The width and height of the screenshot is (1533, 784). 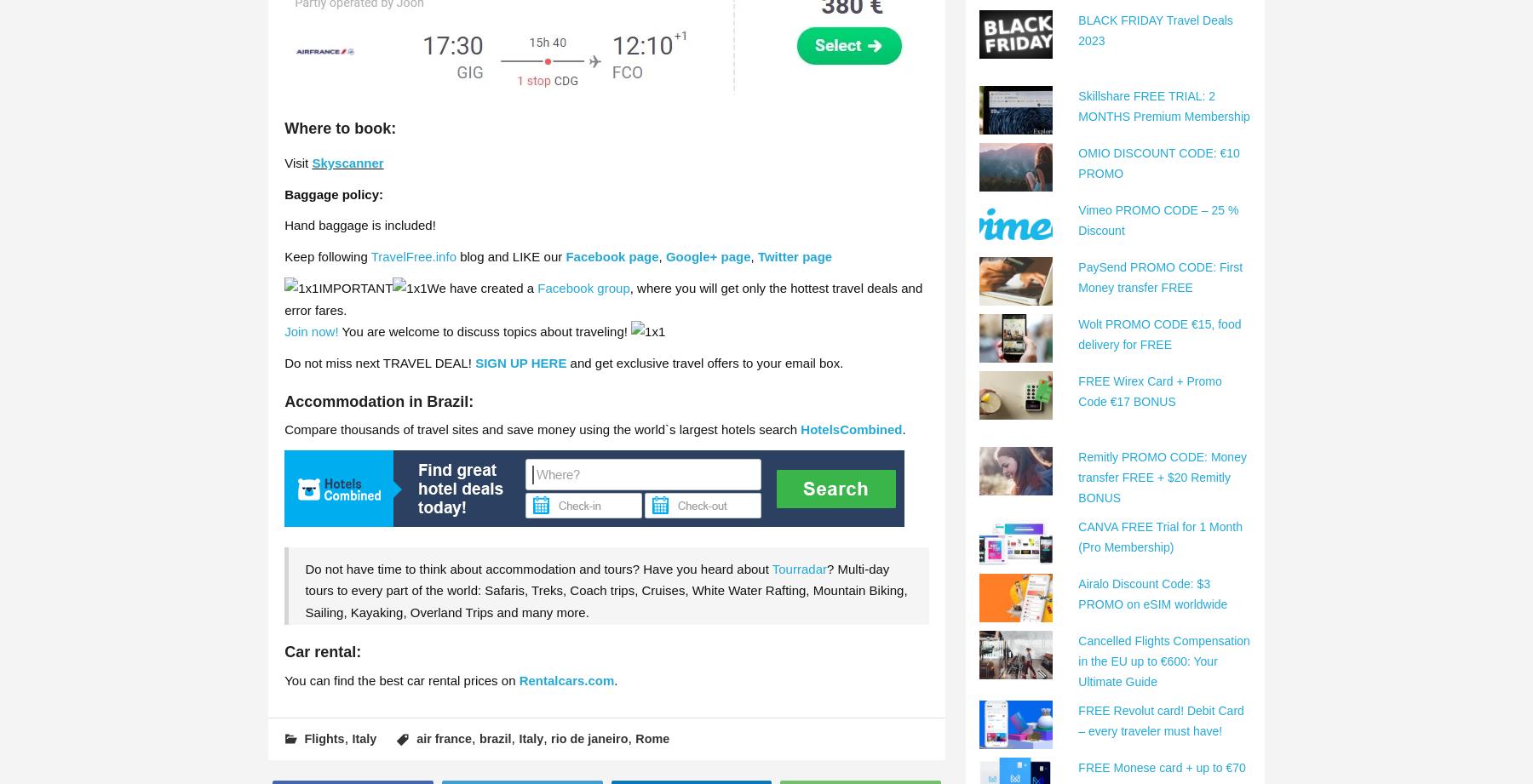 I want to click on 'Twitter page', so click(x=757, y=255).